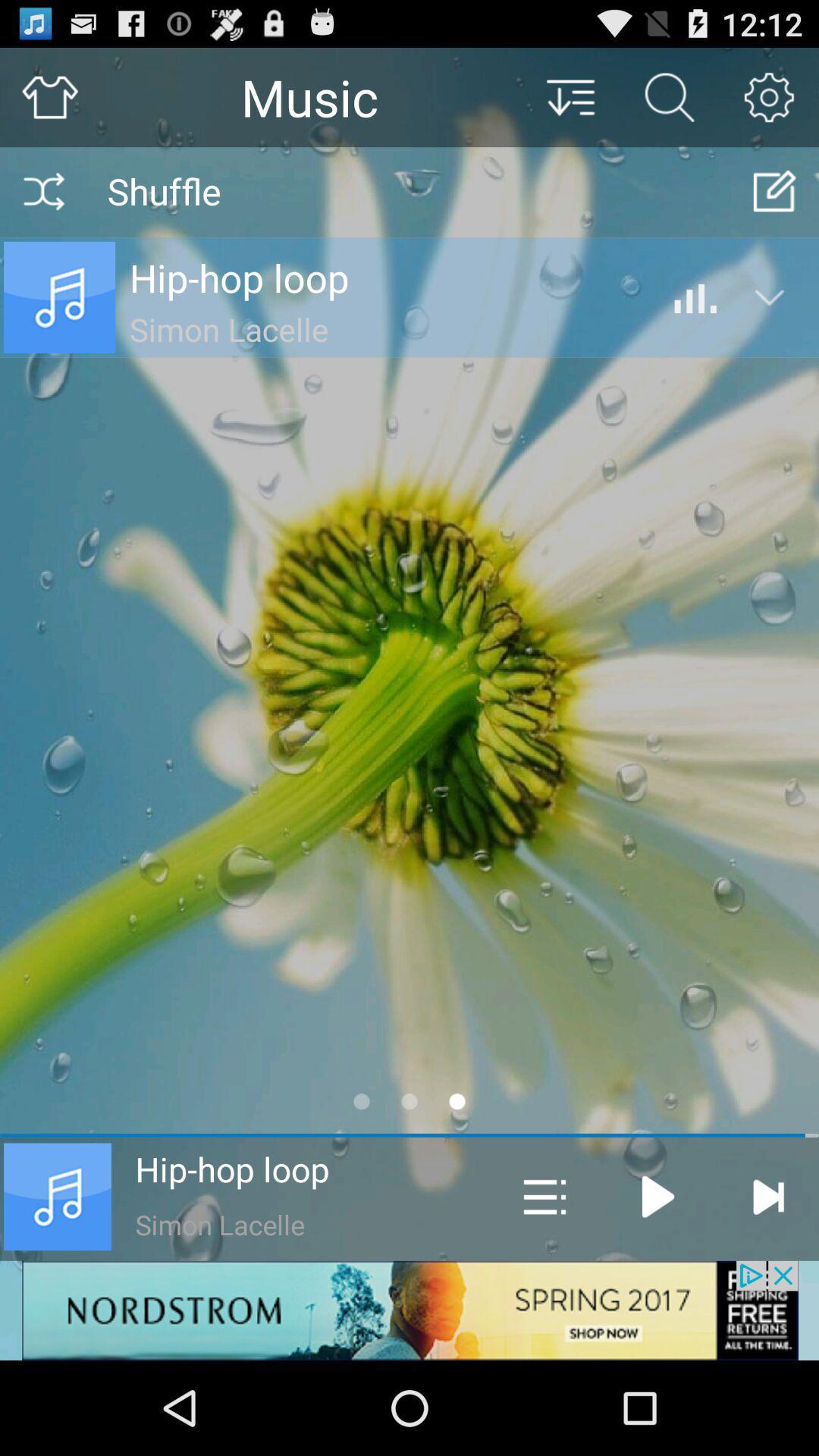 This screenshot has width=819, height=1456. Describe the element at coordinates (769, 103) in the screenshot. I see `the settings icon` at that location.